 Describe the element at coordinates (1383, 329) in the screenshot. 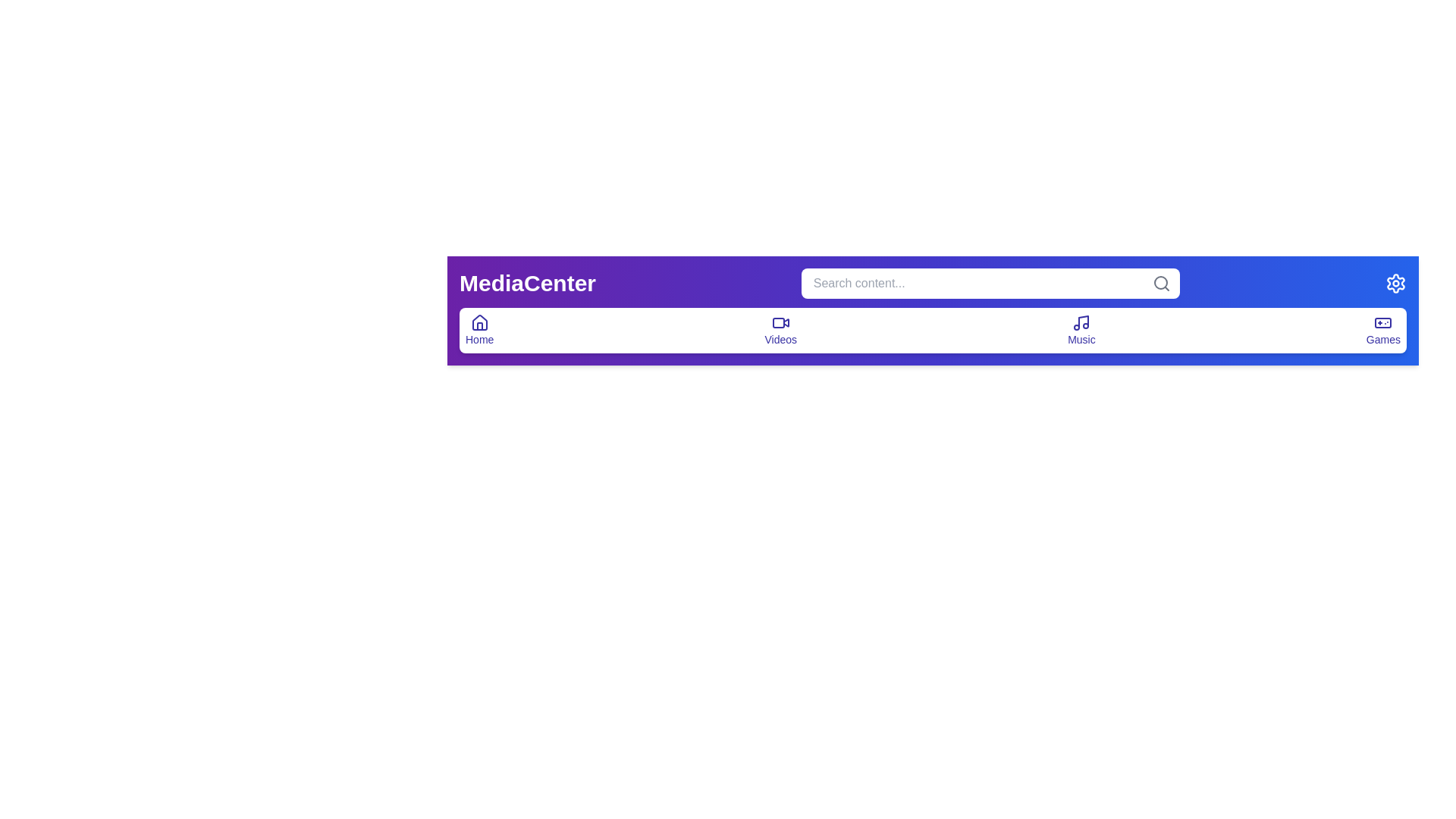

I see `the 'Games' icon to navigate to the games section` at that location.